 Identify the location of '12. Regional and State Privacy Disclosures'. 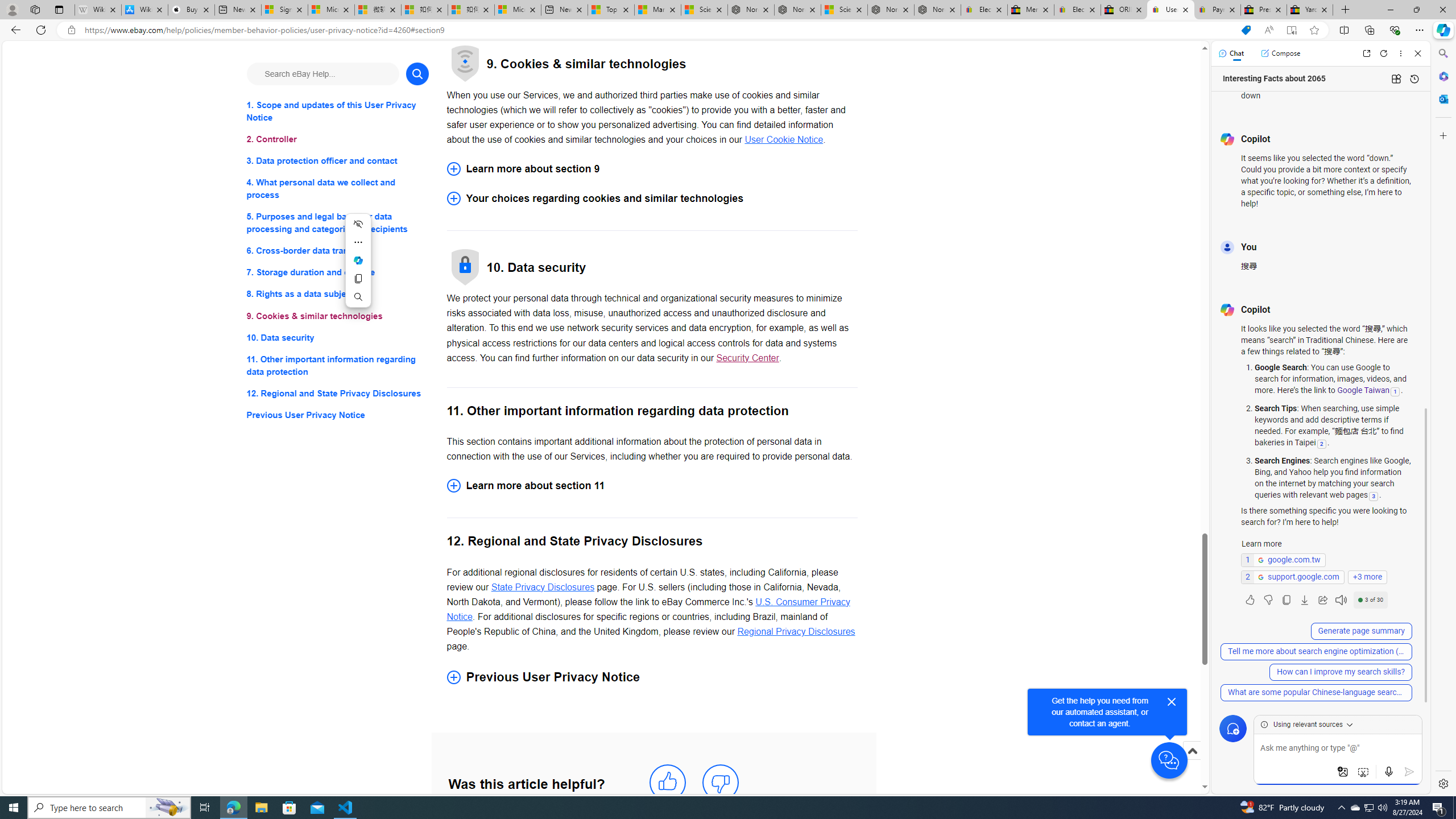
(337, 392).